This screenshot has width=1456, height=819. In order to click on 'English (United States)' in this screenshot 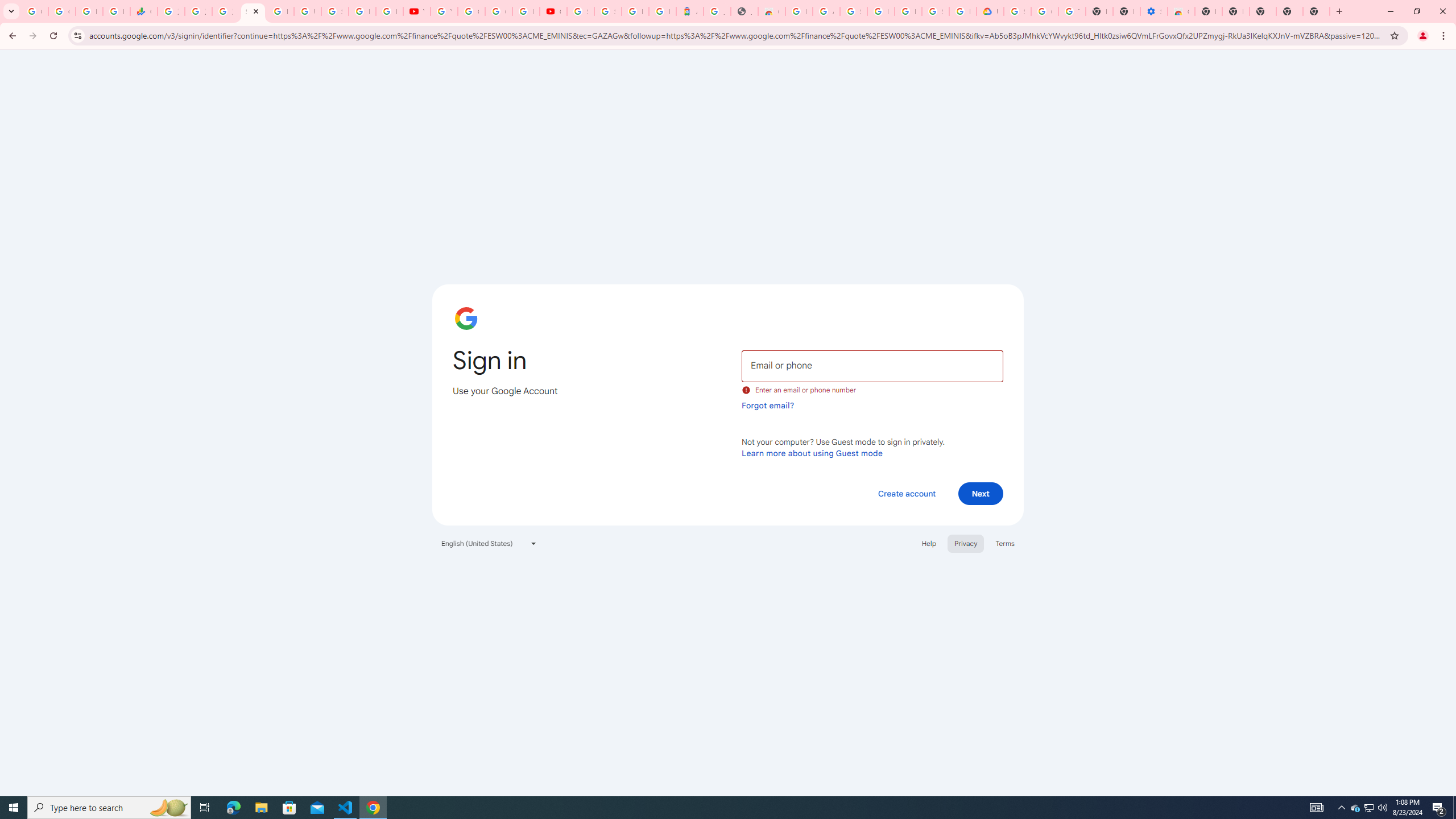, I will do `click(489, 543)`.